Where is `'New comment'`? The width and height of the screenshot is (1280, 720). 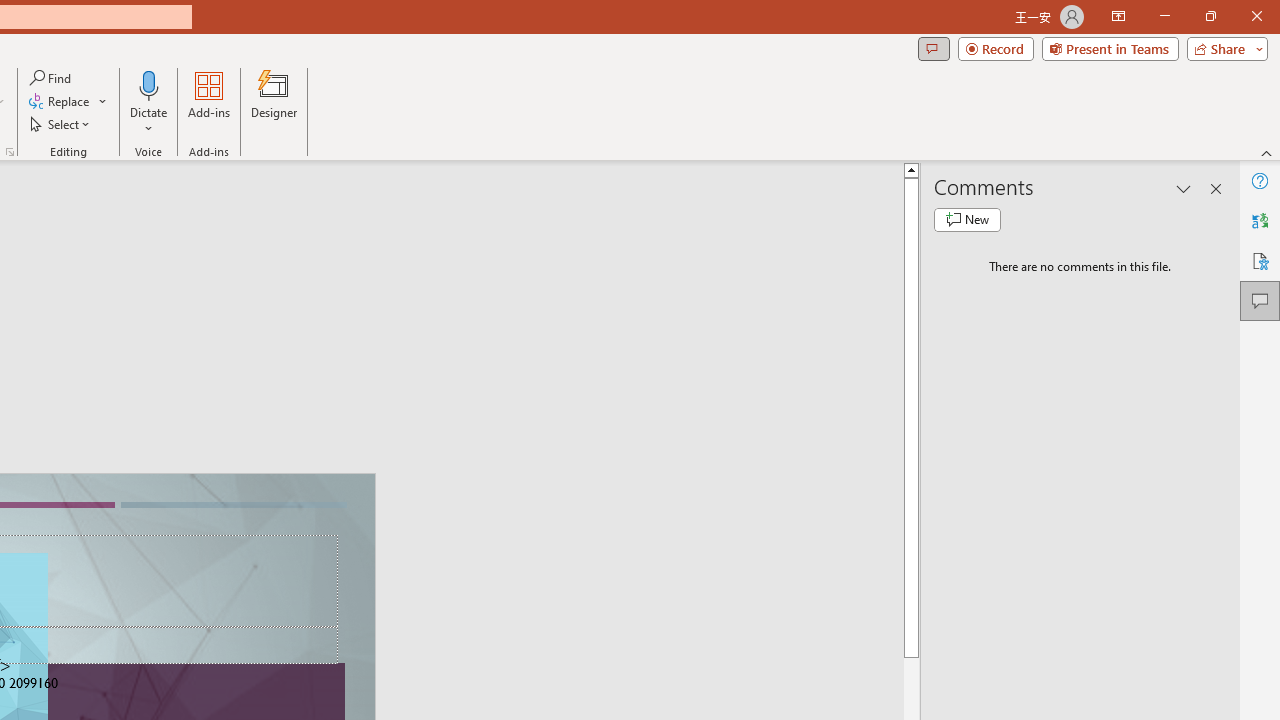 'New comment' is located at coordinates (967, 219).